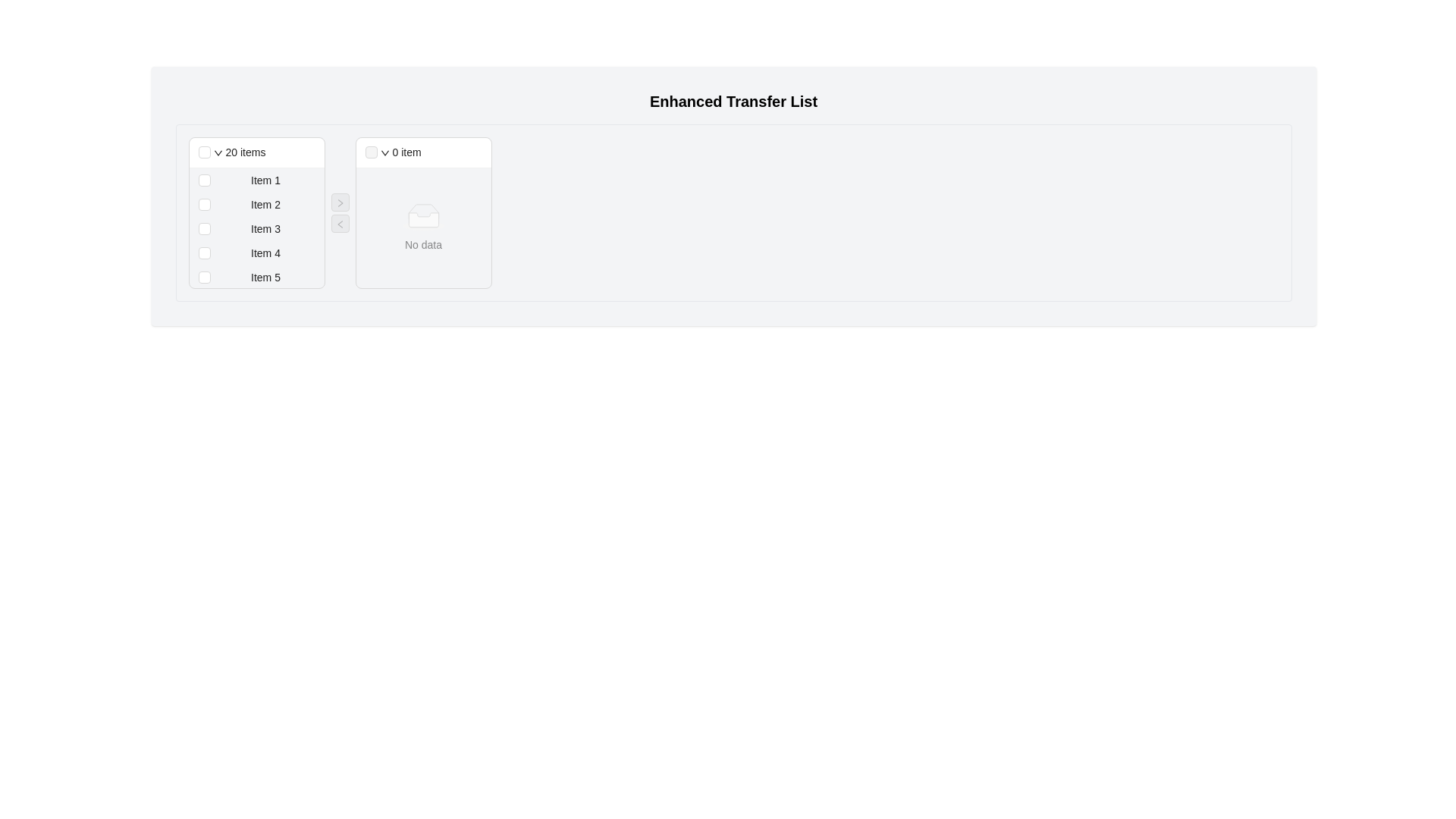 This screenshot has height=819, width=1456. What do you see at coordinates (265, 253) in the screenshot?
I see `the list item element displaying 'Item 4', which is the fourth item in a vertically aligned list located on the left side of the interface` at bounding box center [265, 253].